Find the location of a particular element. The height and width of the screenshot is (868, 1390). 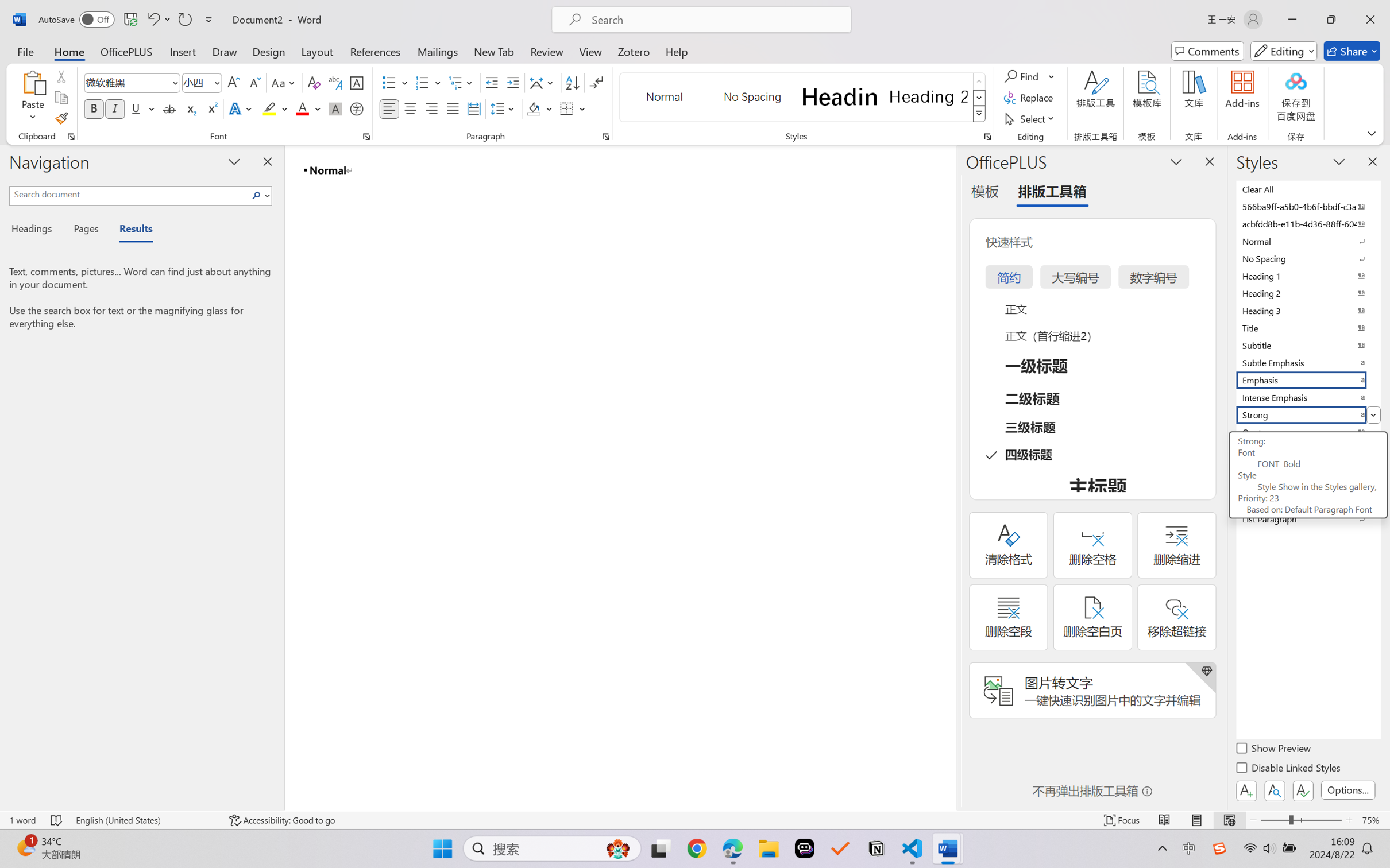

'Show Preview' is located at coordinates (1274, 749).